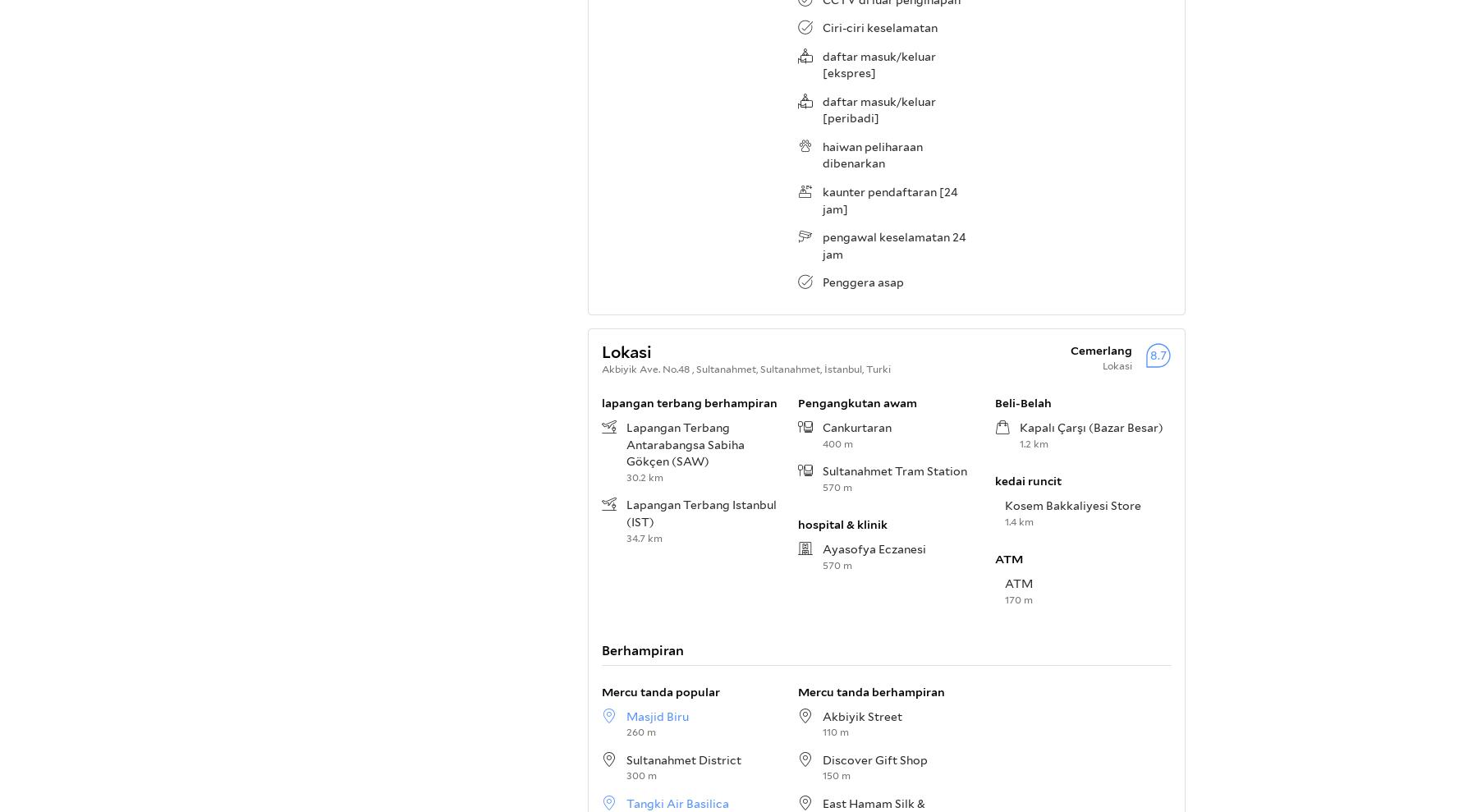 The width and height of the screenshot is (1468, 812). What do you see at coordinates (625, 759) in the screenshot?
I see `'Sultanahmet District'` at bounding box center [625, 759].